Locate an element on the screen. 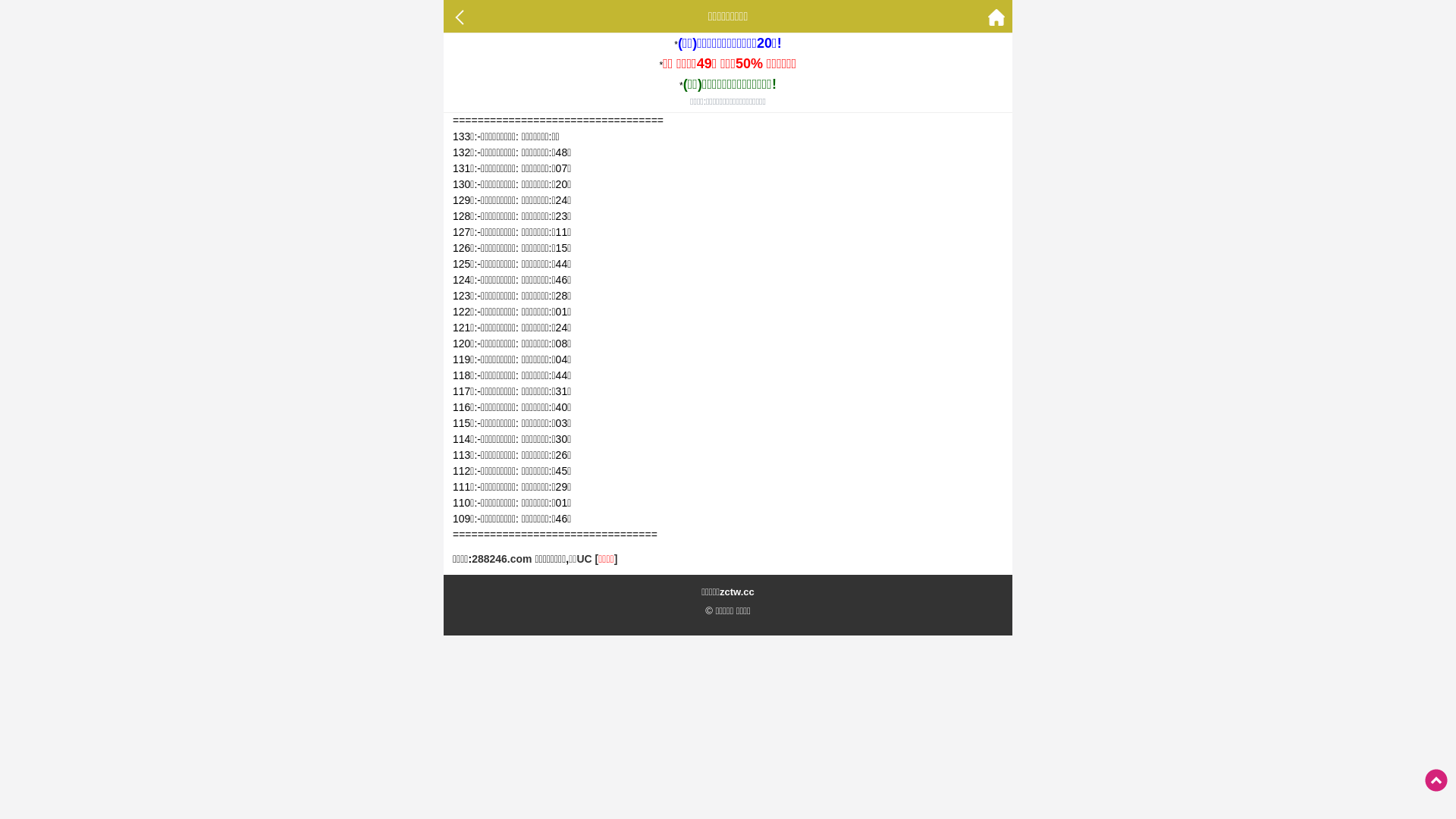 The image size is (1456, 819). '288246.com' is located at coordinates (501, 558).